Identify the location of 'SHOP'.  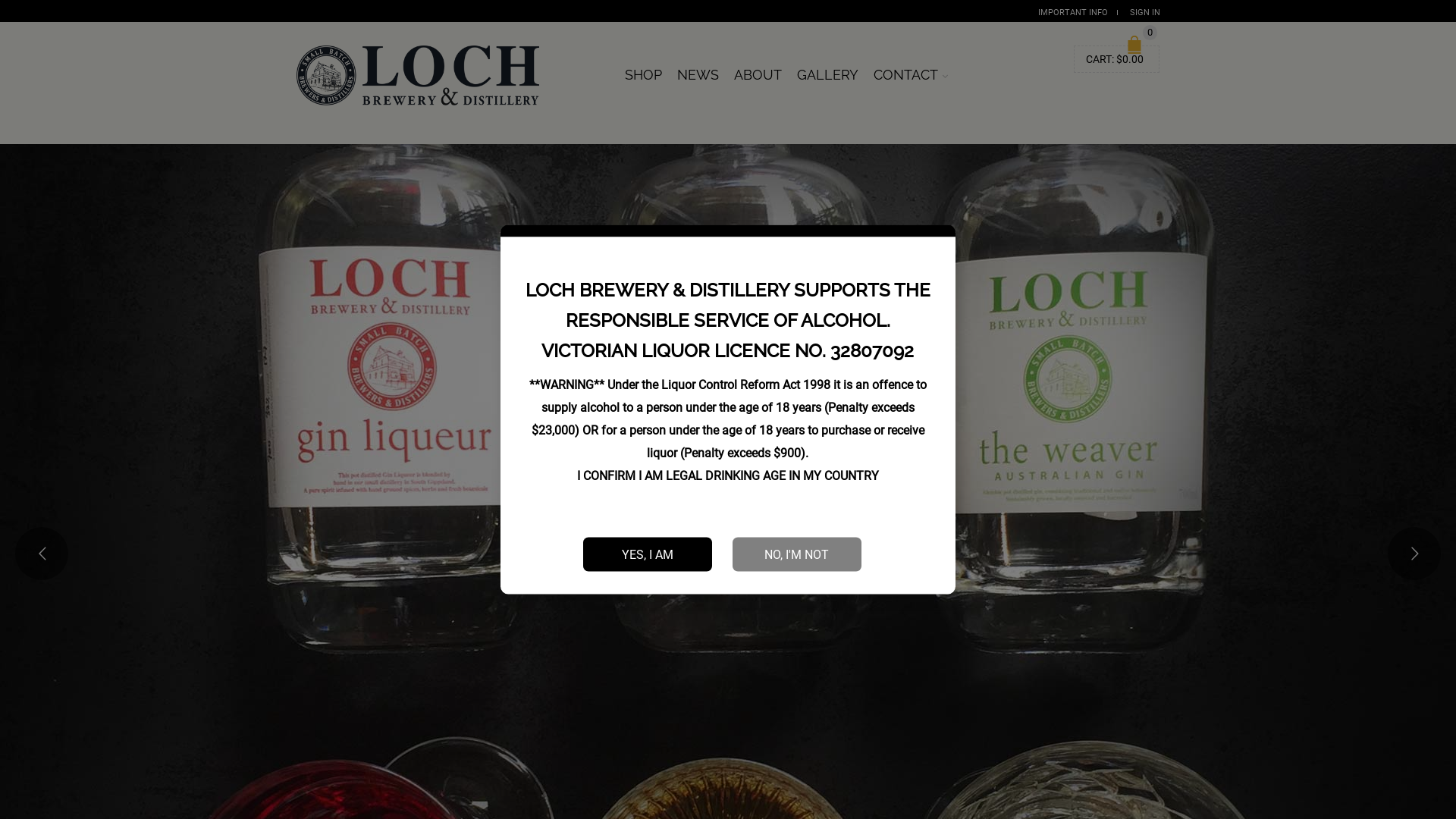
(617, 75).